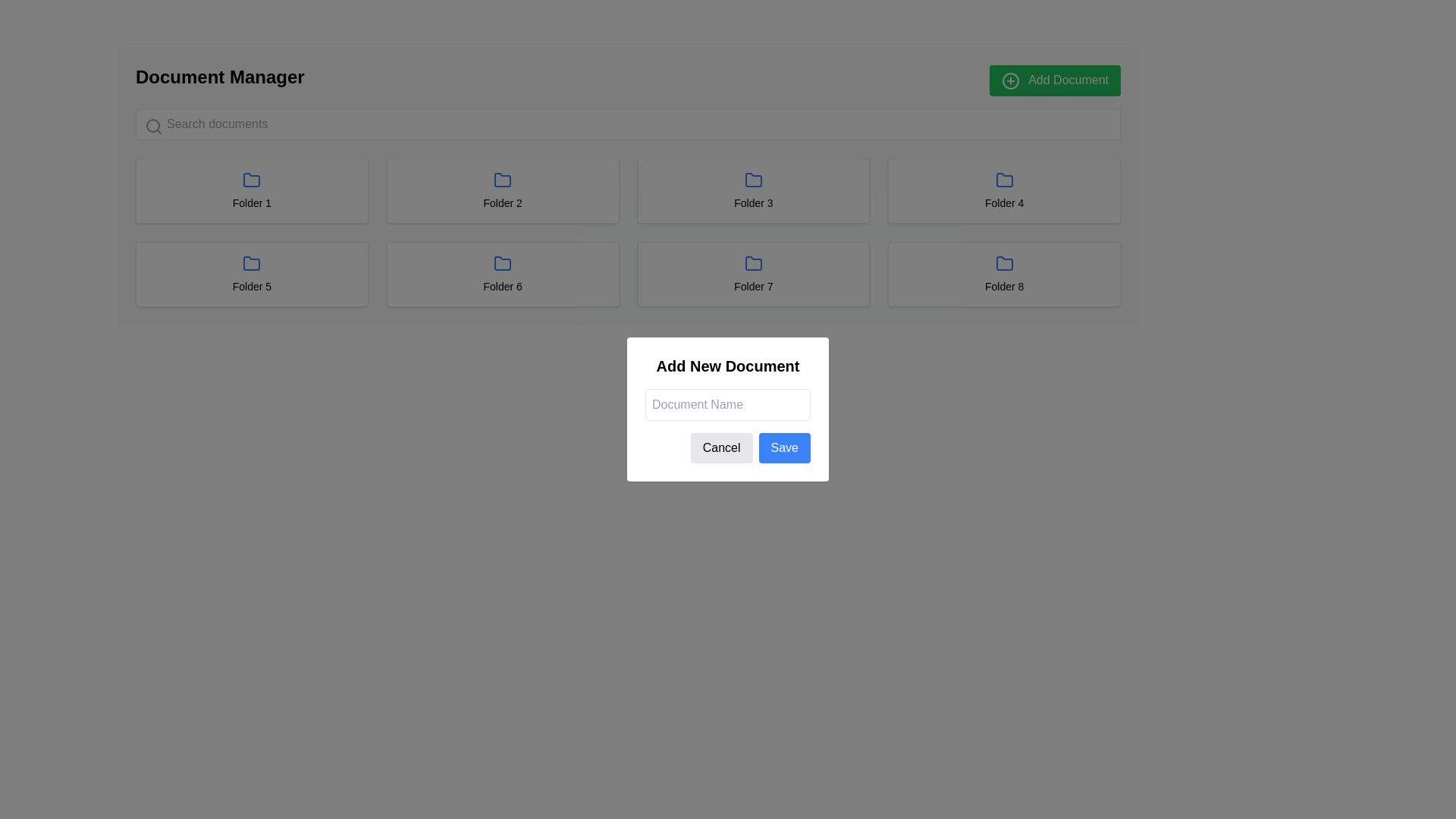  I want to click on the 'Cancel' or 'Save' button in the button group at the bottom of the dialog window, so click(728, 447).